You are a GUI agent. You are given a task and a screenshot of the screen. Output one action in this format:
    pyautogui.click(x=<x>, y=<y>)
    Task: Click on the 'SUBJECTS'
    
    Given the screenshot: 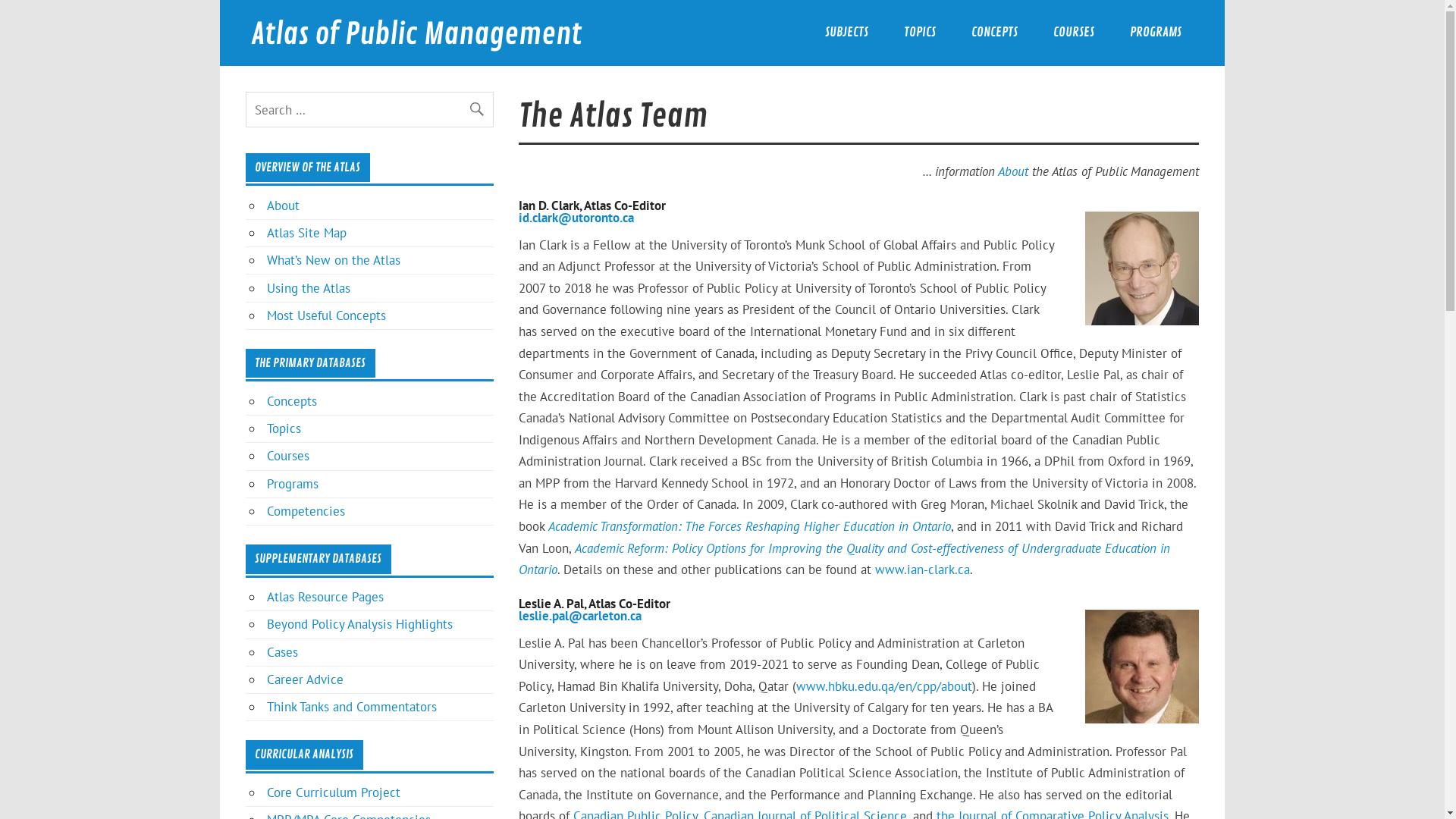 What is the action you would take?
    pyautogui.click(x=846, y=33)
    